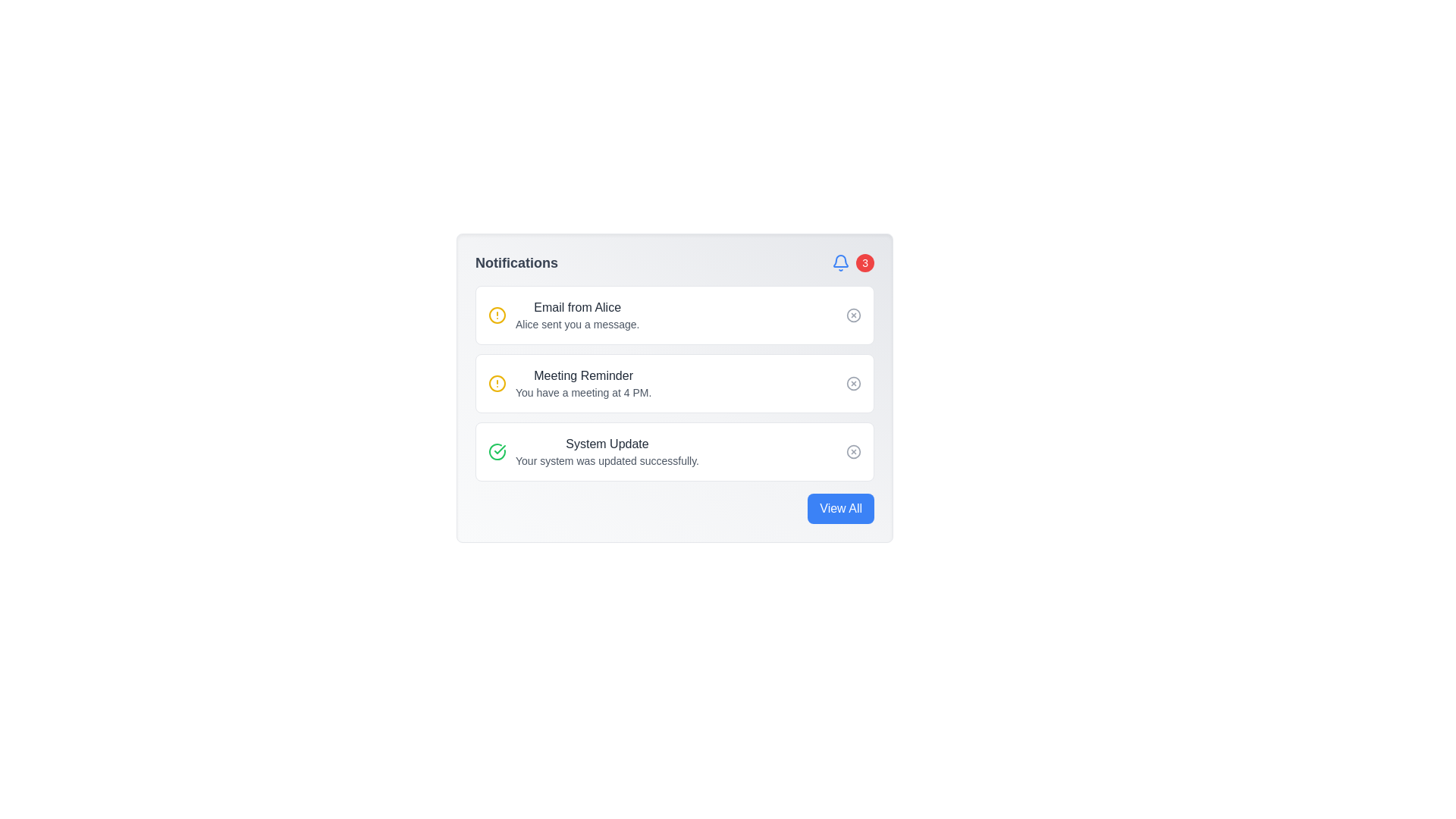 The height and width of the screenshot is (819, 1456). Describe the element at coordinates (582, 375) in the screenshot. I see `the 'Meeting Reminder' text label, which is styled with gray color and medium font weight, serving as the header for a notification item in the notifications list` at that location.